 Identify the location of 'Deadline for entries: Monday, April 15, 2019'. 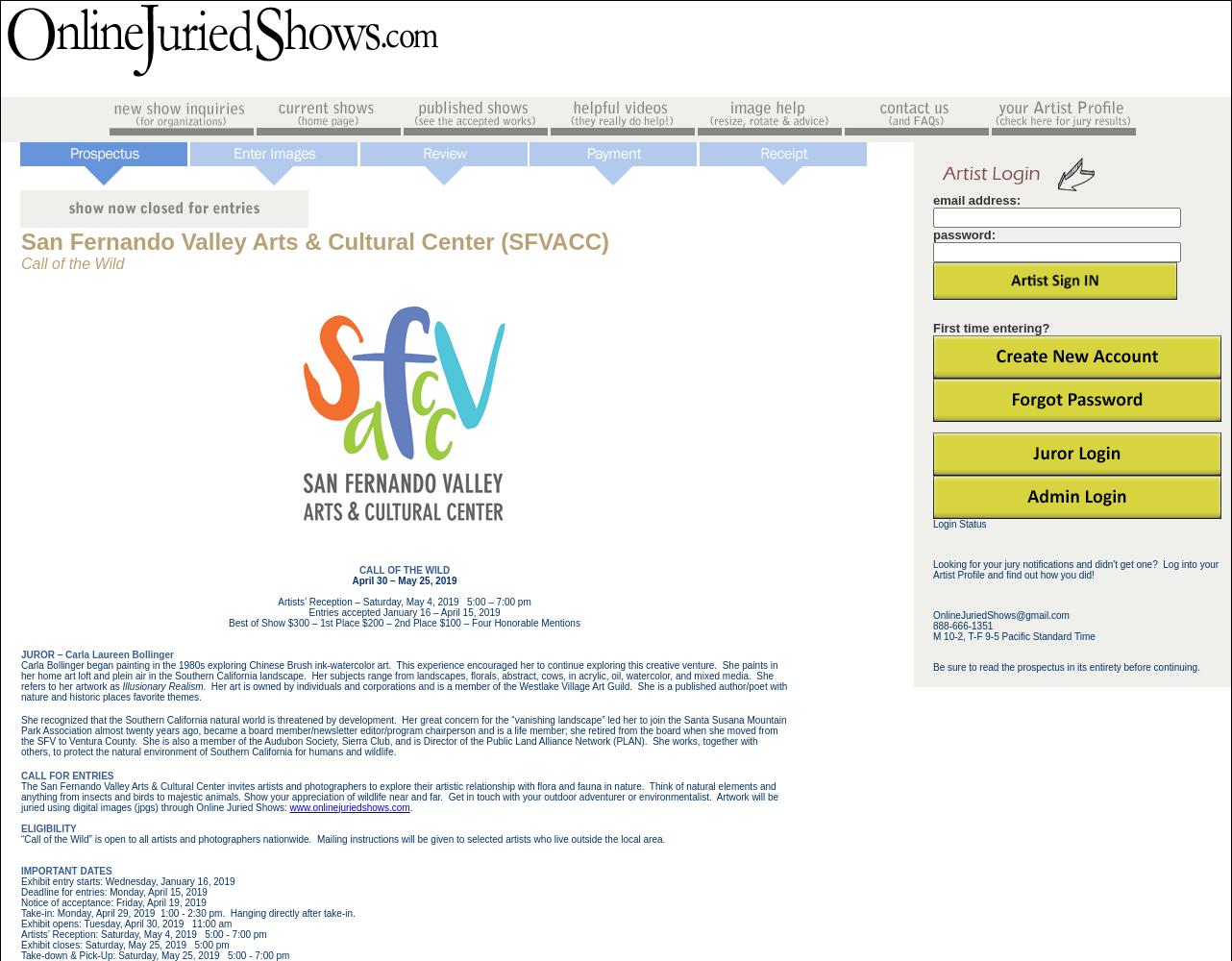
(112, 891).